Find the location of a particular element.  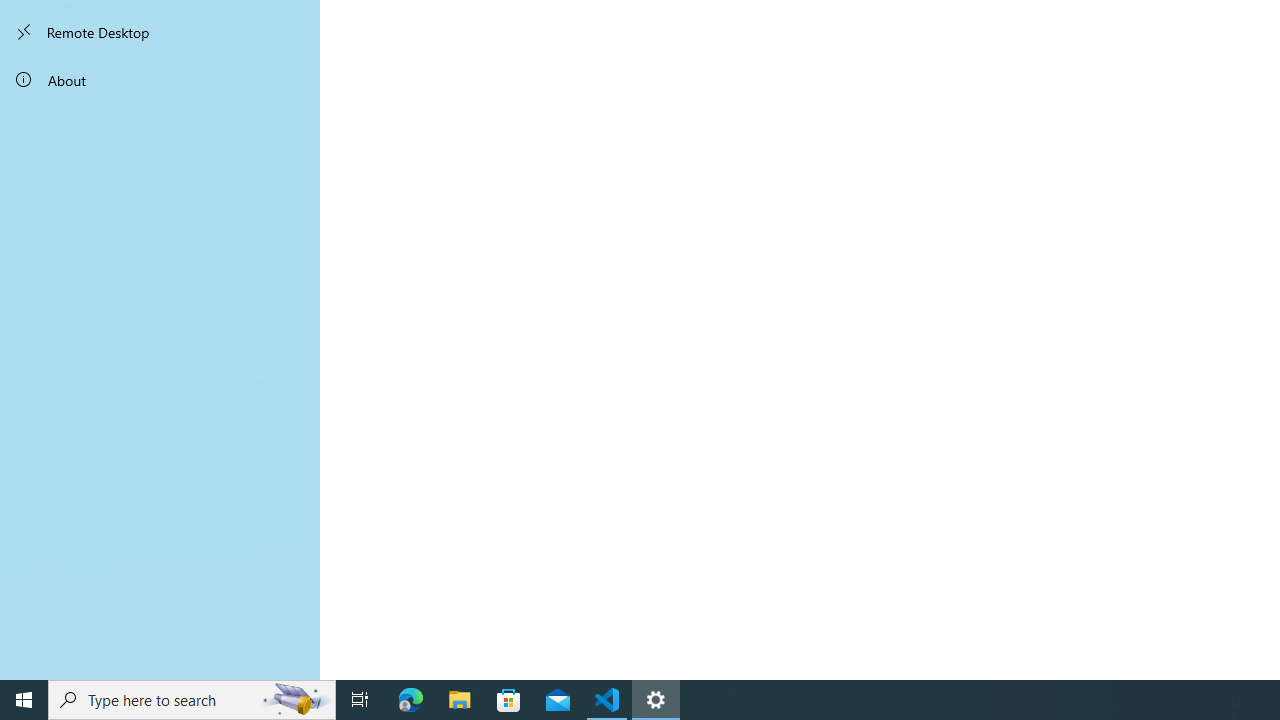

'Task View' is located at coordinates (359, 698).